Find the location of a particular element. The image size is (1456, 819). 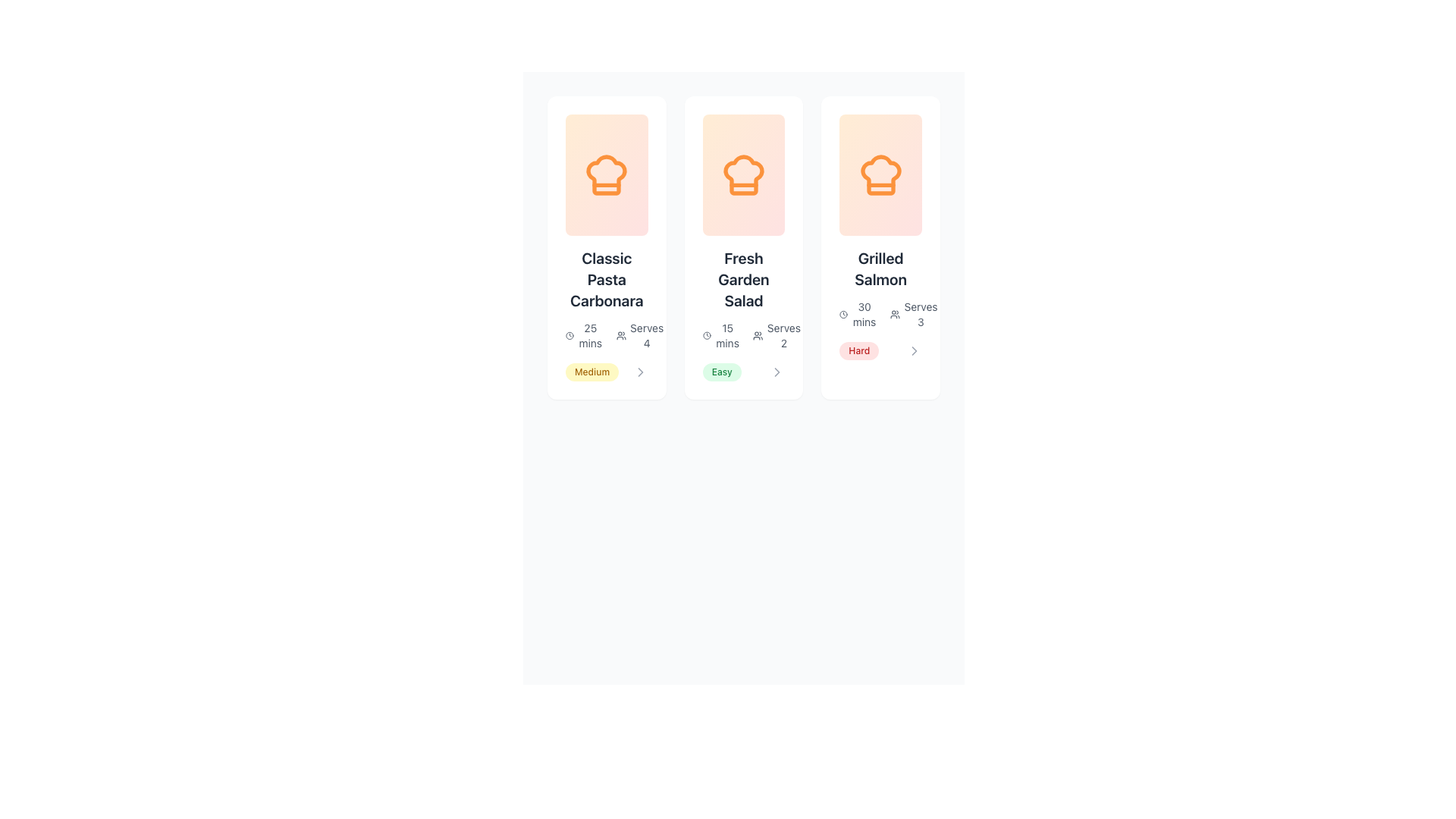

the clock icon with a circular frame and clock hands pointing toward 12 and 2, located adjacent to the text '25 mins' in the 'Classic Pasta Carbonara' card is located at coordinates (569, 335).